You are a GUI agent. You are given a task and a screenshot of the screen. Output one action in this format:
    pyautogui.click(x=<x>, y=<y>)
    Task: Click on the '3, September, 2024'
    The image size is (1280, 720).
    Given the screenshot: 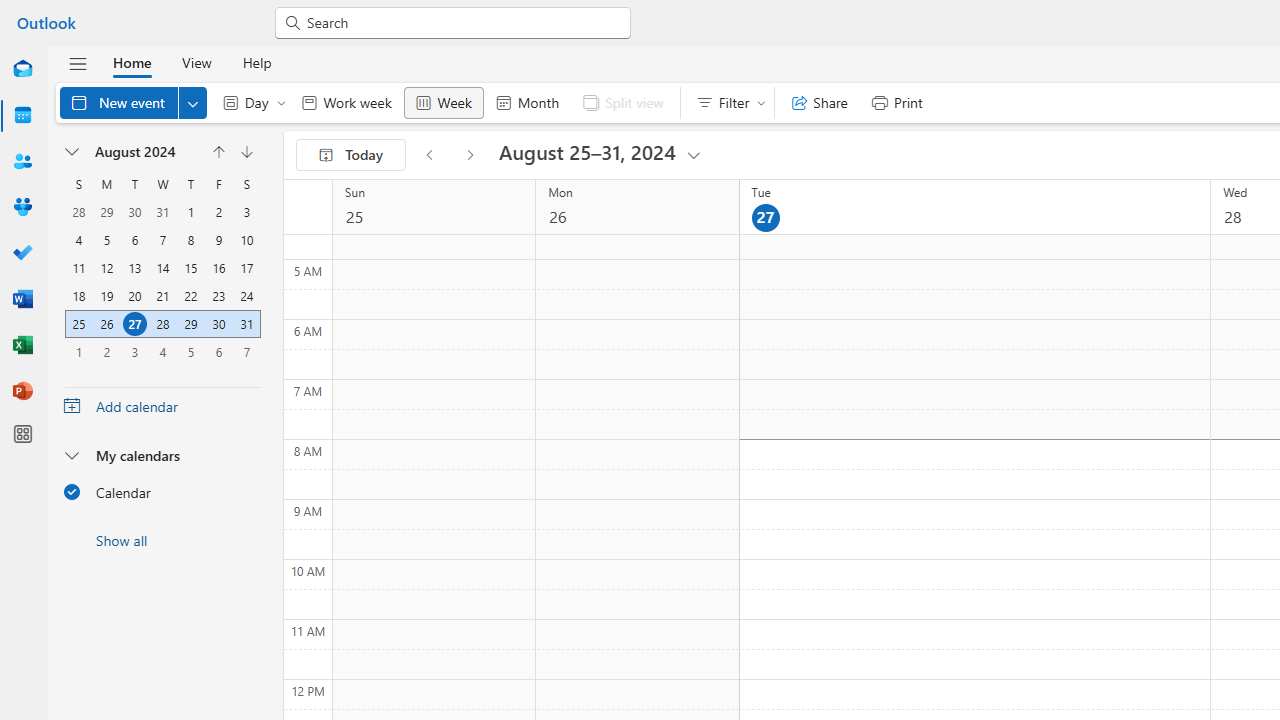 What is the action you would take?
    pyautogui.click(x=134, y=350)
    